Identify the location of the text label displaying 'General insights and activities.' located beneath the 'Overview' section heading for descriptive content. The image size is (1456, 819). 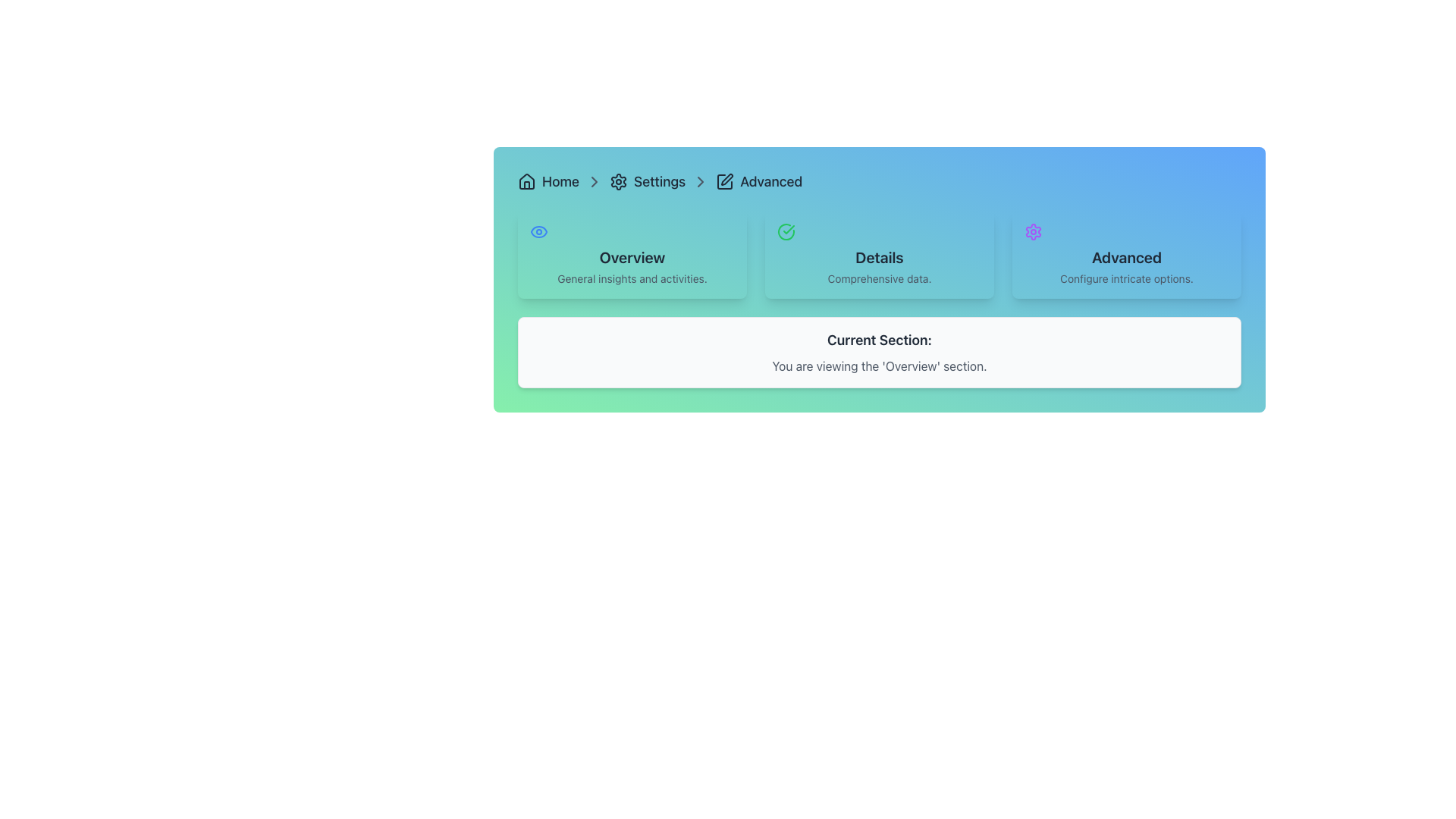
(632, 278).